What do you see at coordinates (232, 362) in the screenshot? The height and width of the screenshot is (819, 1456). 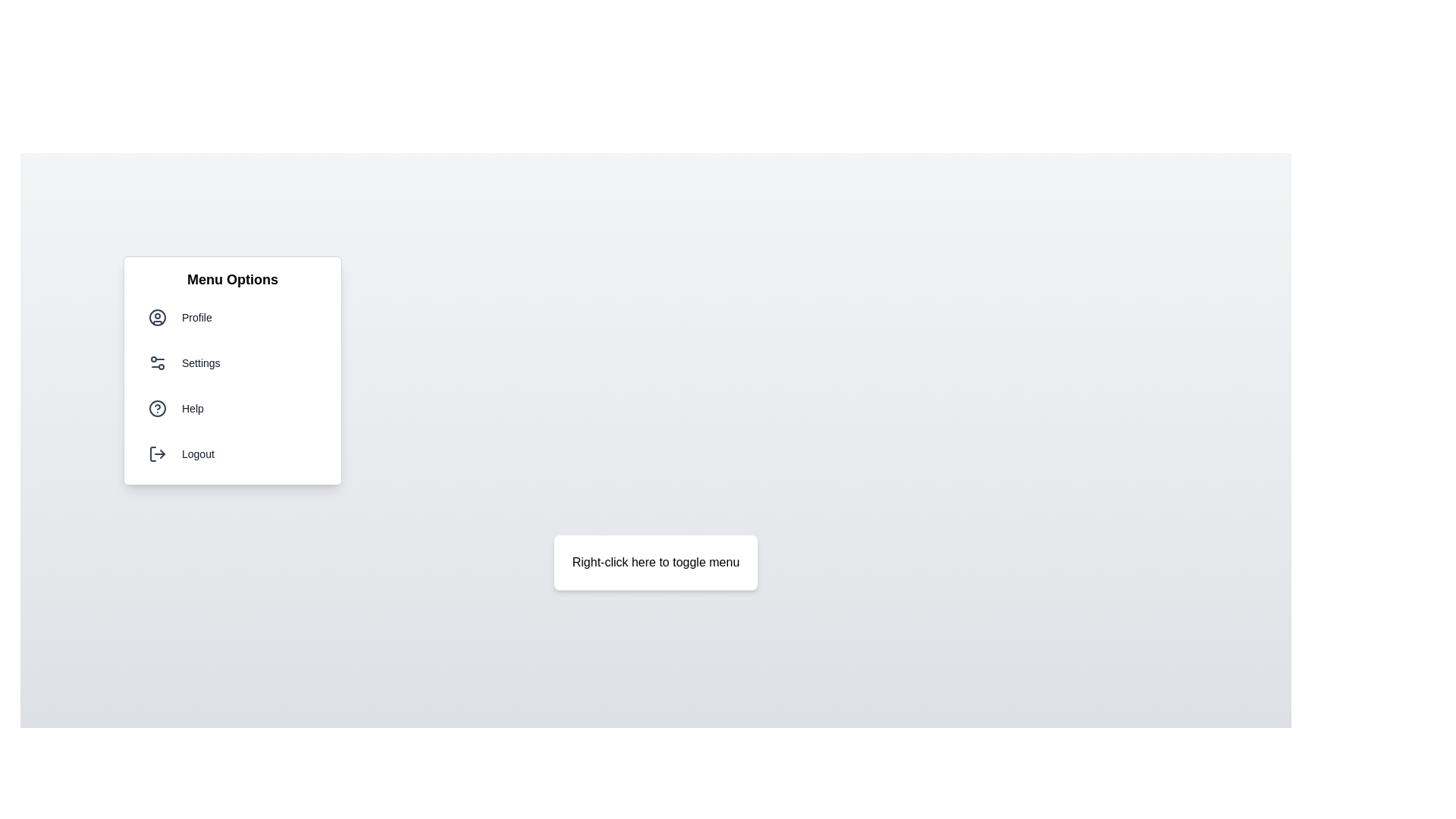 I see `the menu item Settings to highlight it` at bounding box center [232, 362].